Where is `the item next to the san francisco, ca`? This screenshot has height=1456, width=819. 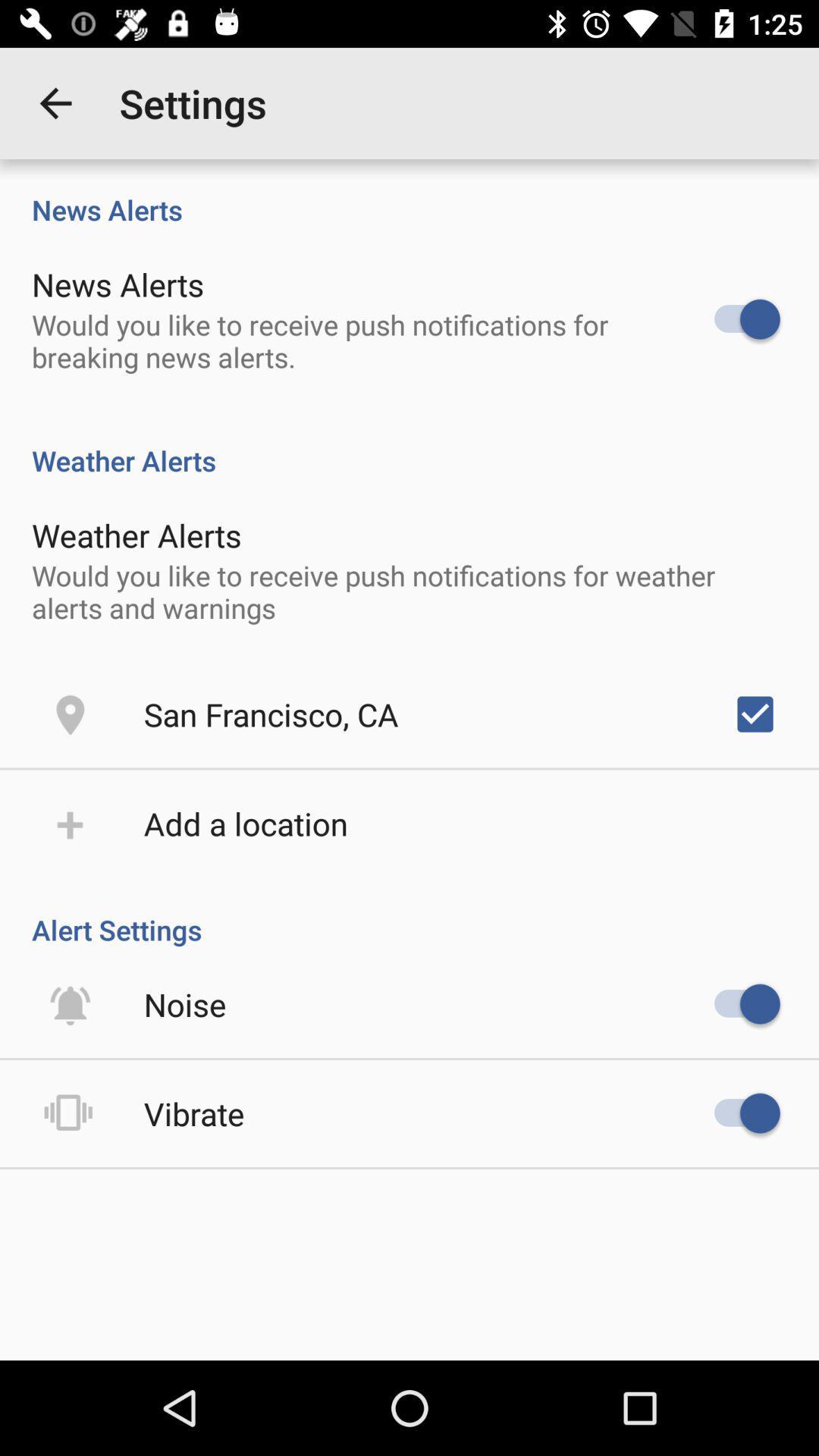 the item next to the san francisco, ca is located at coordinates (755, 713).